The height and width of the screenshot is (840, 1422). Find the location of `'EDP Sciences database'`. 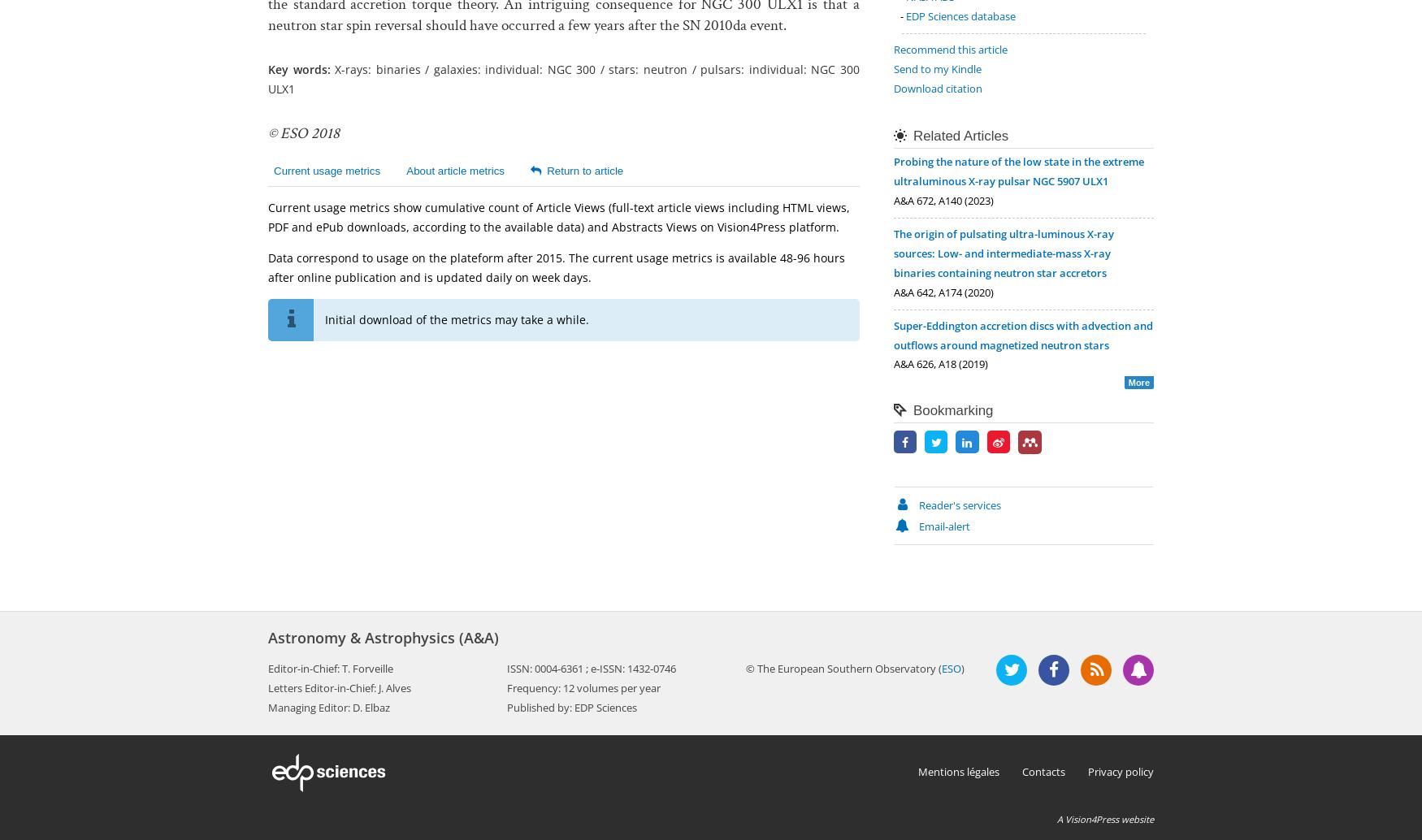

'EDP Sciences database' is located at coordinates (960, 15).